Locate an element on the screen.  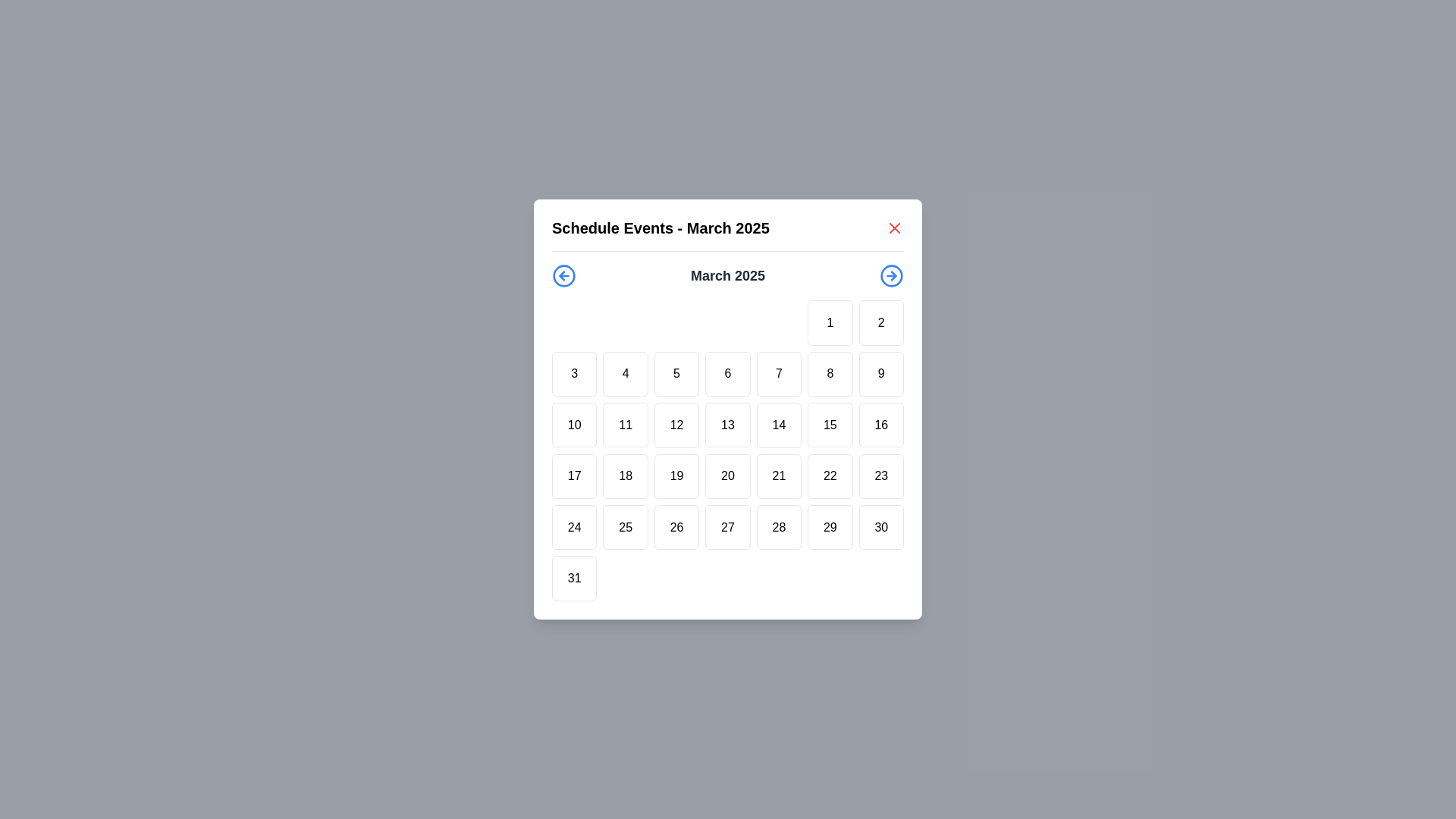
the navigation button for the next month in the calendar view, located at the far right of the header aligned with 'March 2025' is located at coordinates (892, 275).